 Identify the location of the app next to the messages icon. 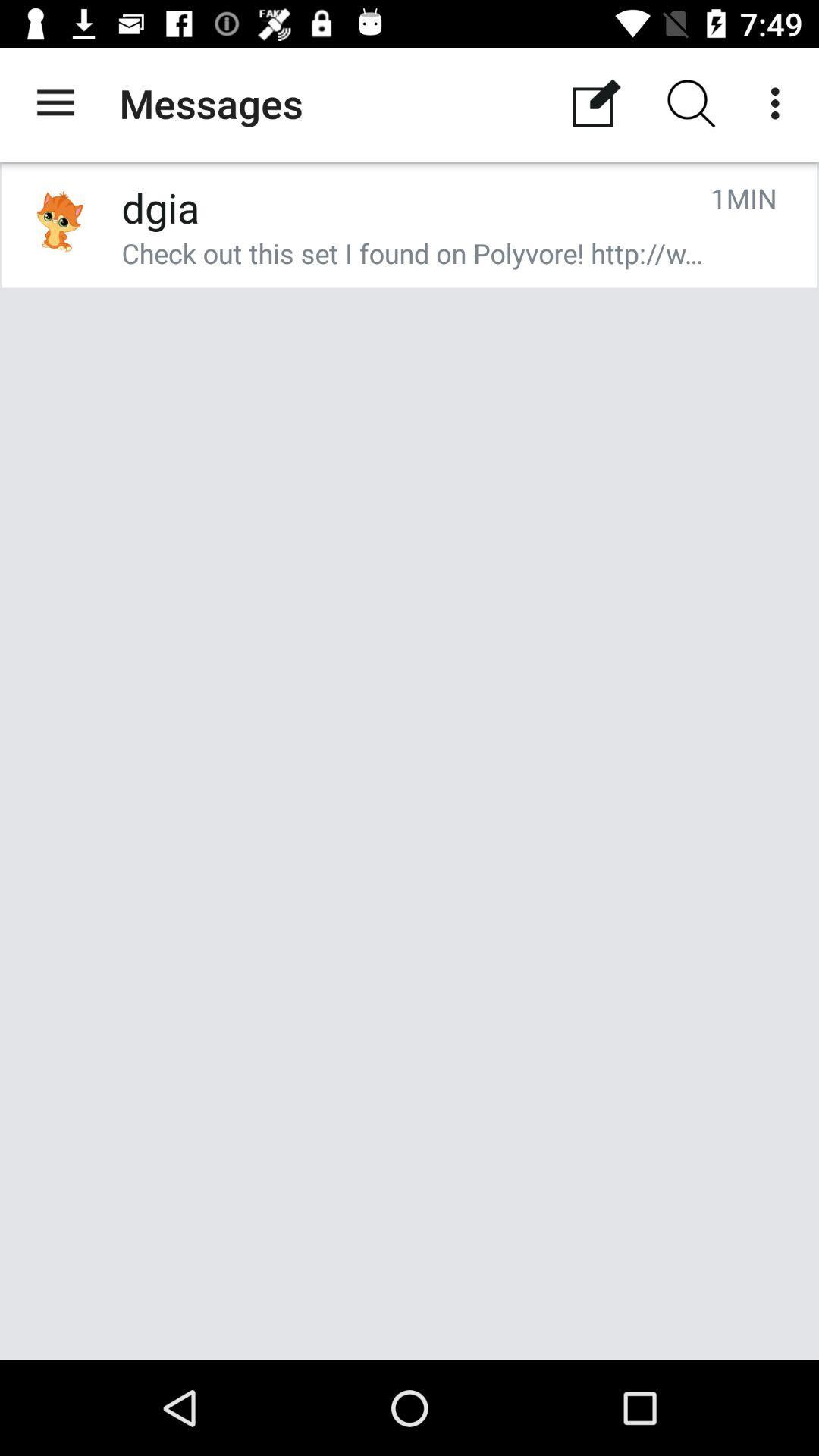
(595, 102).